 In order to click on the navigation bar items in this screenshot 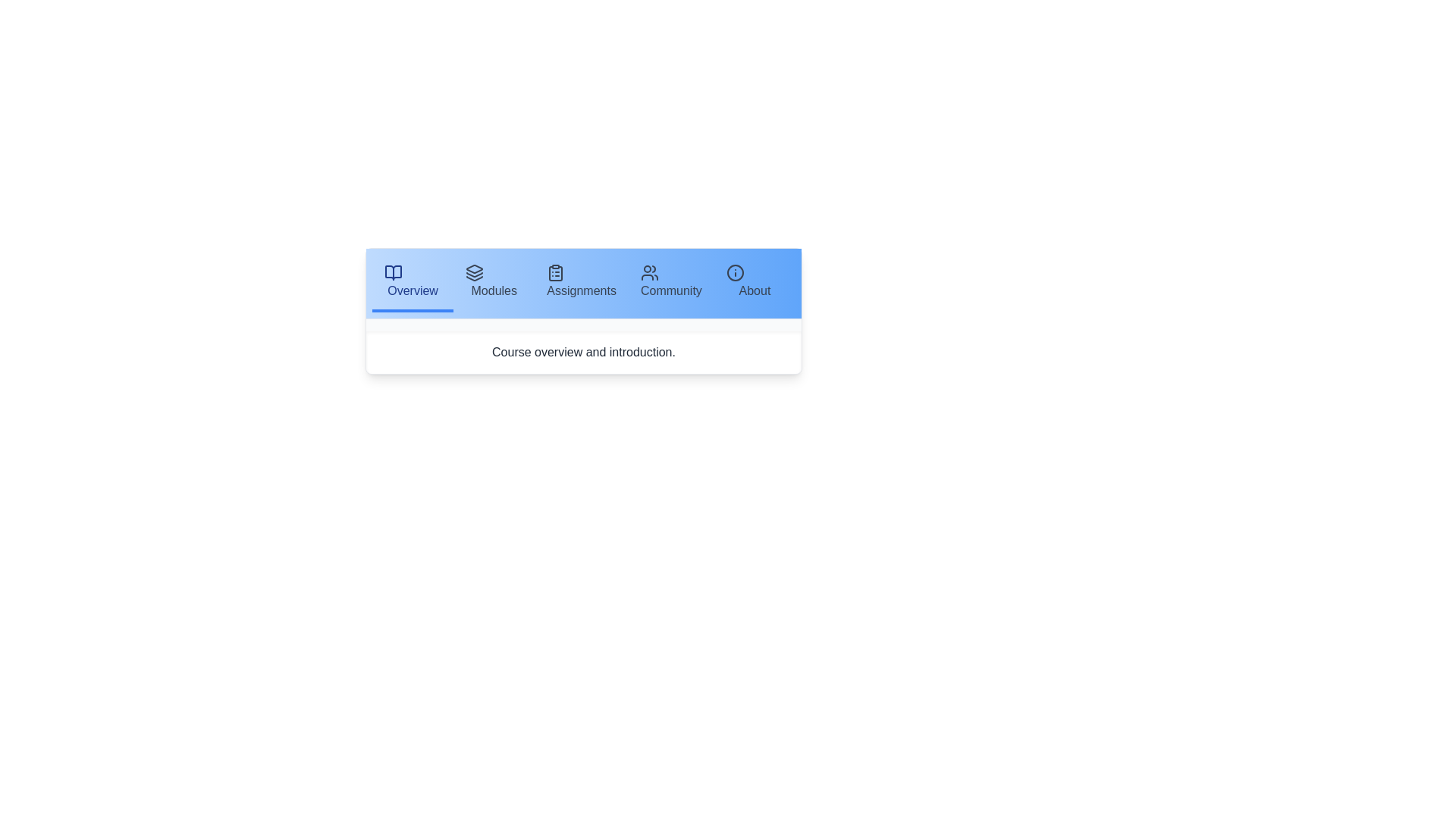, I will do `click(582, 284)`.